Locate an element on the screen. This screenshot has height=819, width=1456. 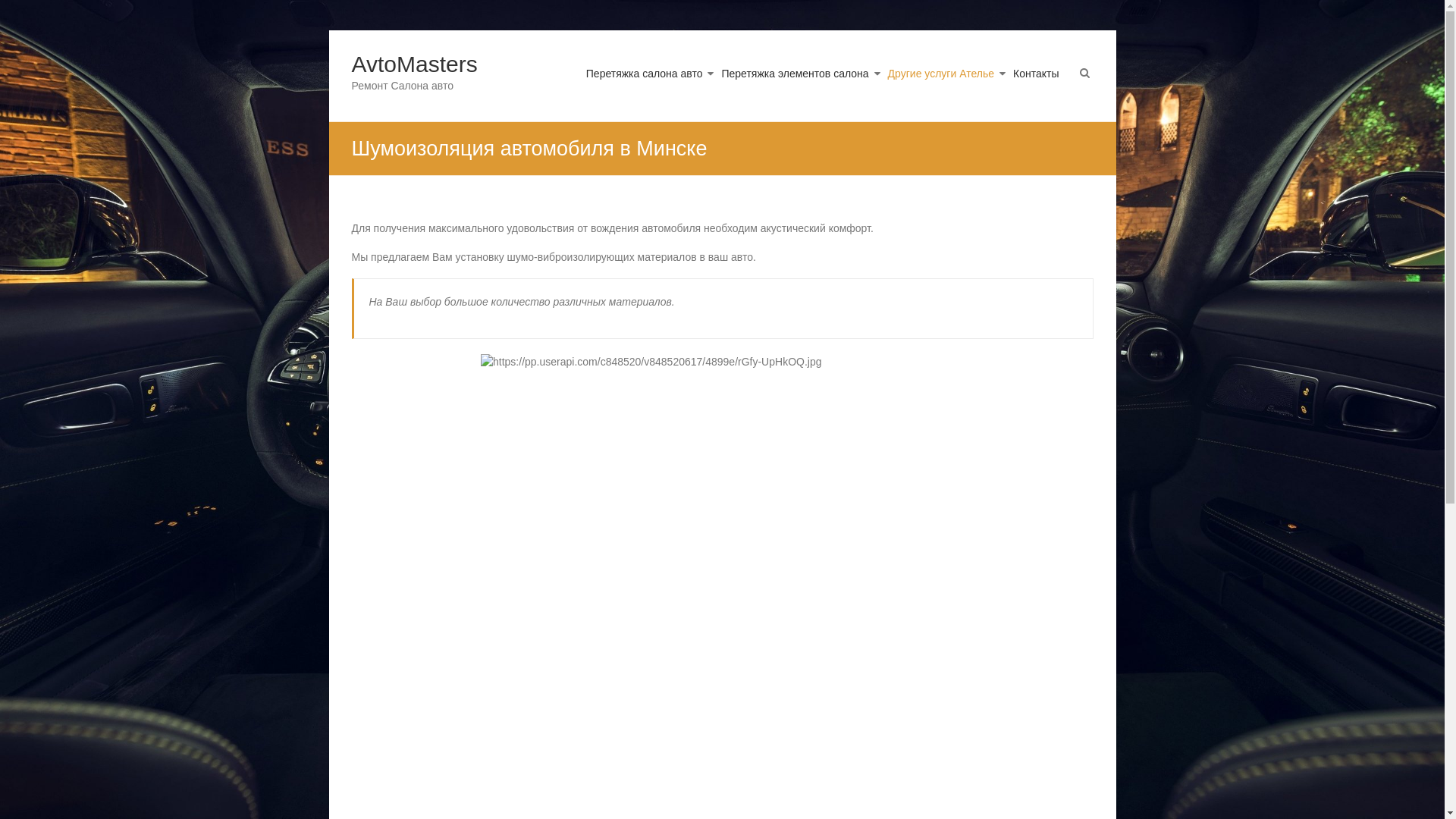
'AvtoMasters' is located at coordinates (415, 63).